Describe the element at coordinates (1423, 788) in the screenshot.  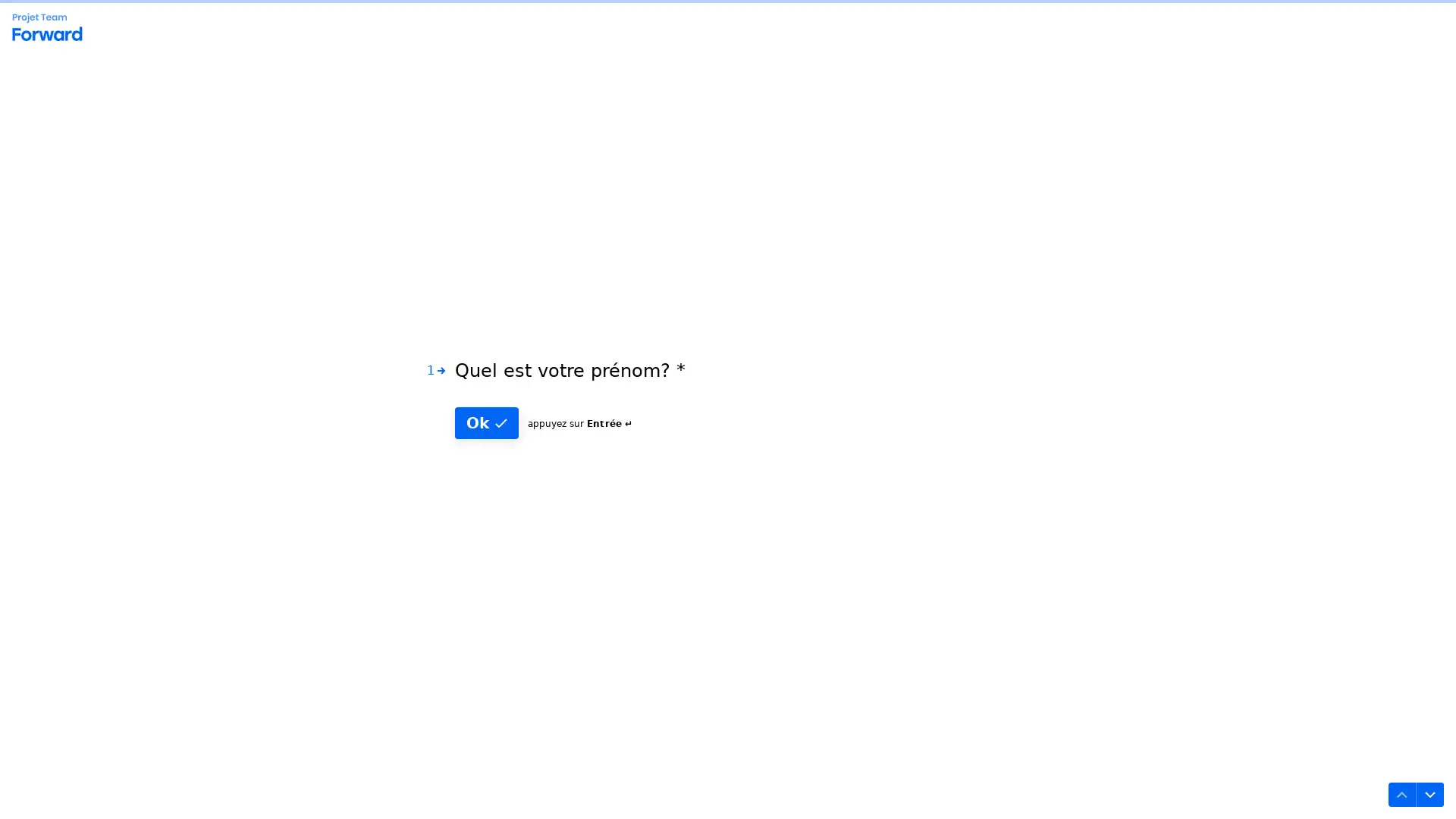
I see `Question suivante` at that location.